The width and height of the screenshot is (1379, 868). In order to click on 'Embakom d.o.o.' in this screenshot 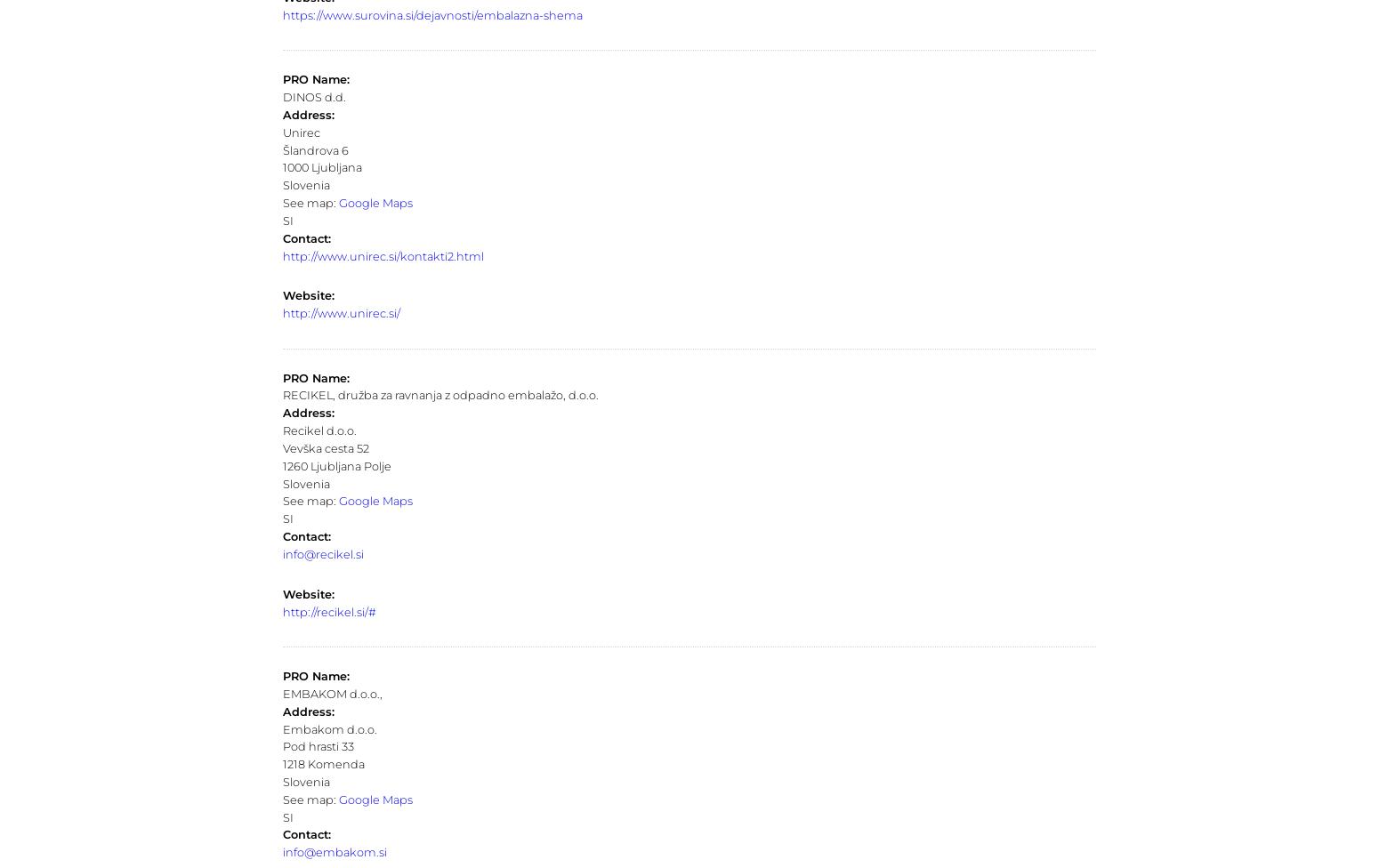, I will do `click(327, 728)`.